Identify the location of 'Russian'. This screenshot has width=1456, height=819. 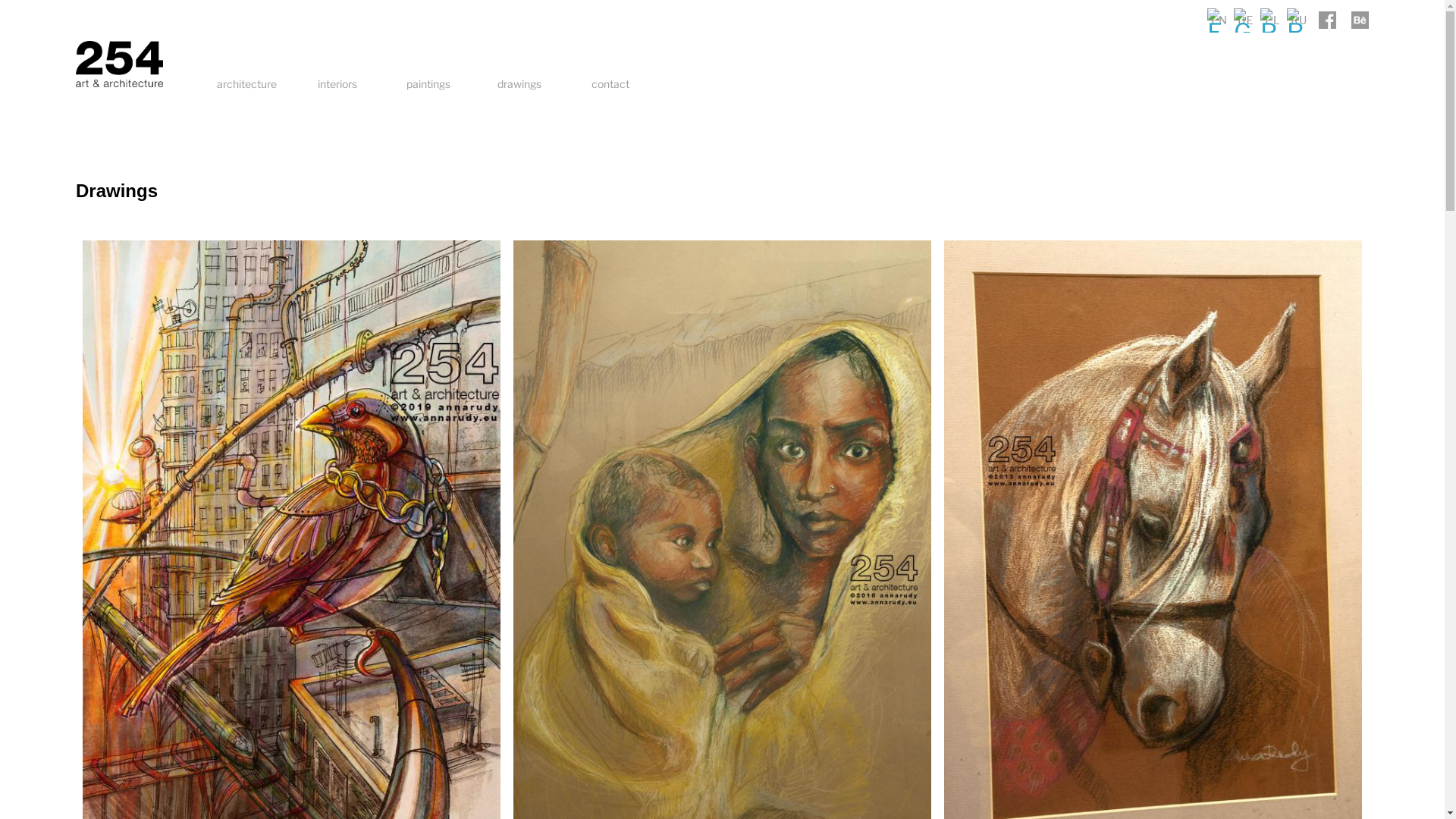
(1286, 20).